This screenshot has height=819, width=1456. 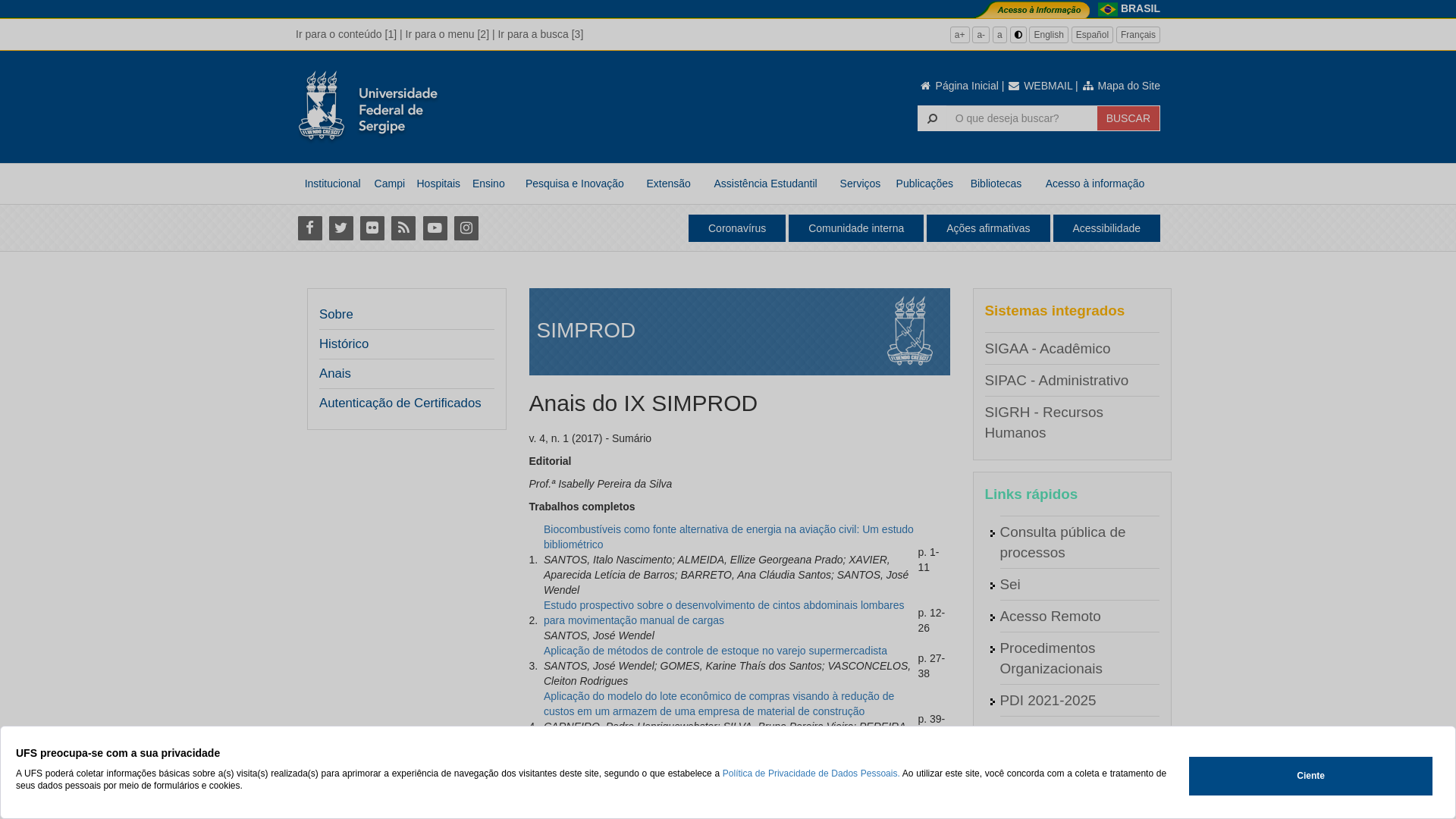 What do you see at coordinates (1055, 379) in the screenshot?
I see `'SIPAC - Administrativo'` at bounding box center [1055, 379].